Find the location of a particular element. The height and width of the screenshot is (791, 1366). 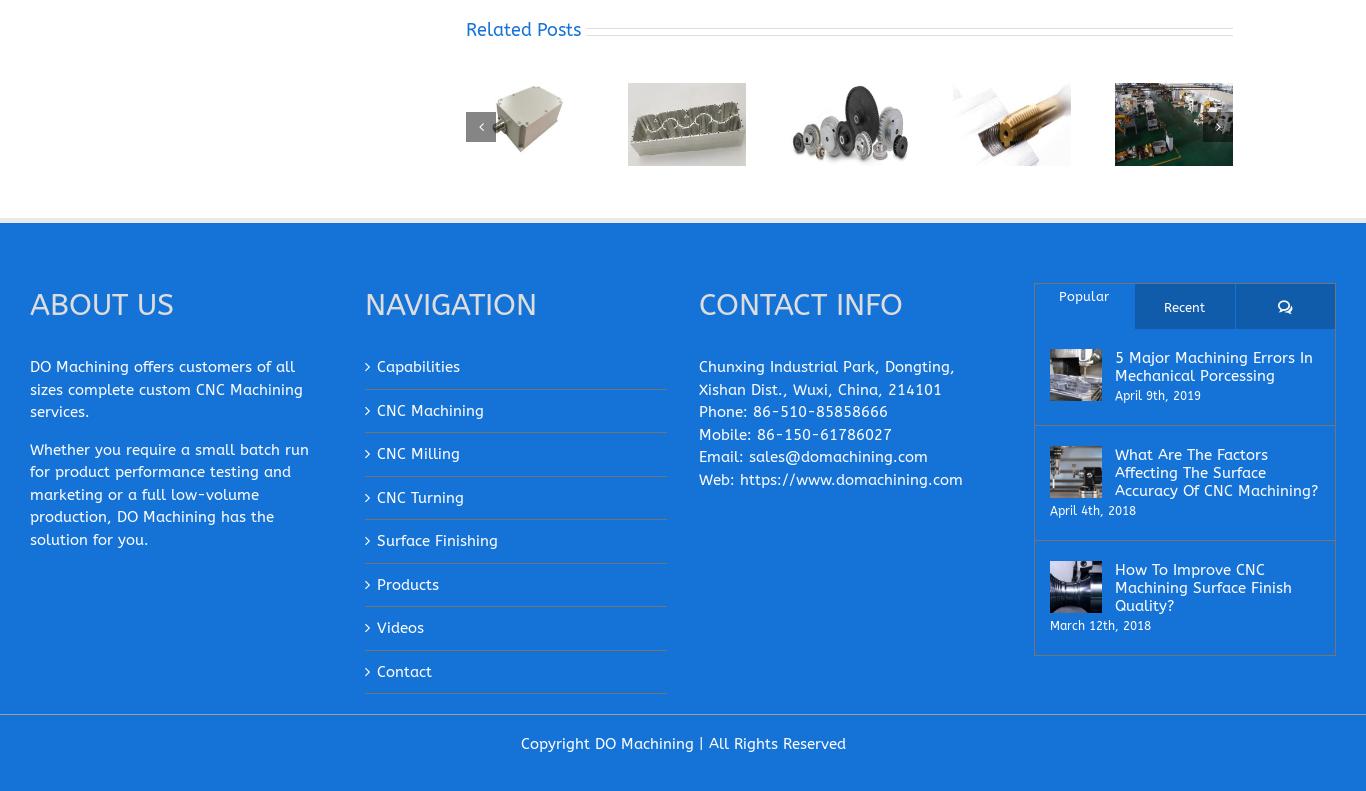

'Popular' is located at coordinates (1083, 298).